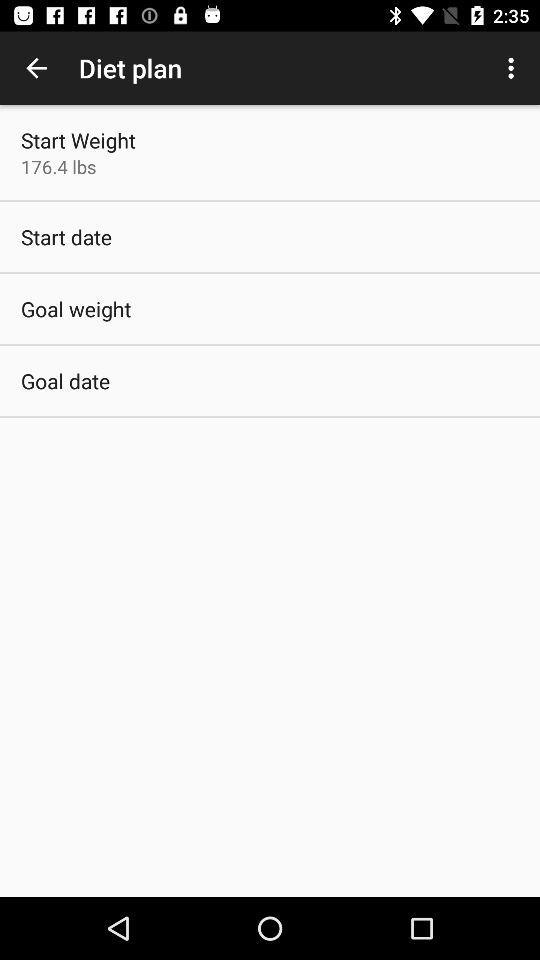  Describe the element at coordinates (75, 309) in the screenshot. I see `item below the start date app` at that location.